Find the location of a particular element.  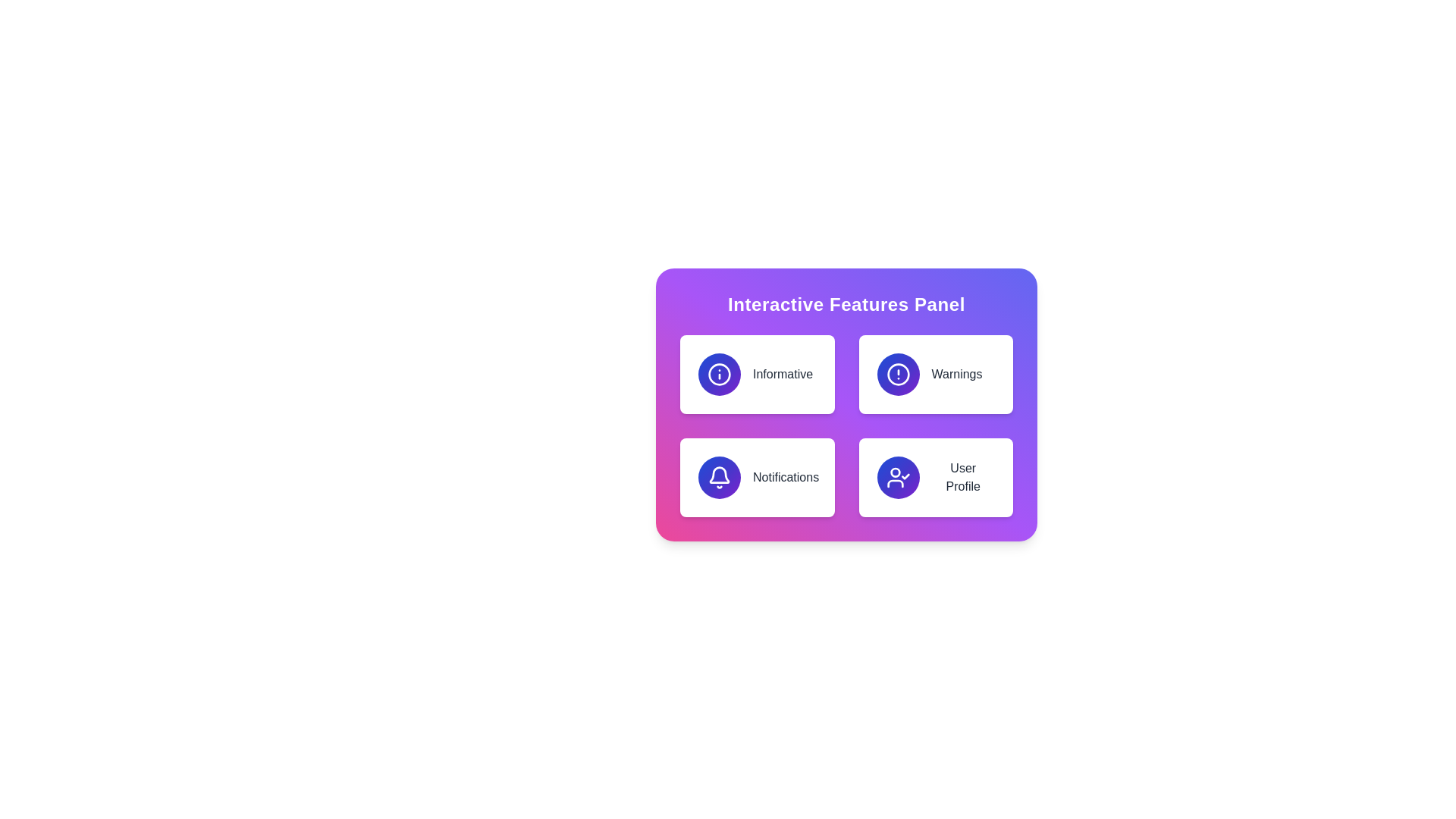

the Text Label indicating the user profile feature in the bottom-right section of the Interactive Features Panel is located at coordinates (962, 476).